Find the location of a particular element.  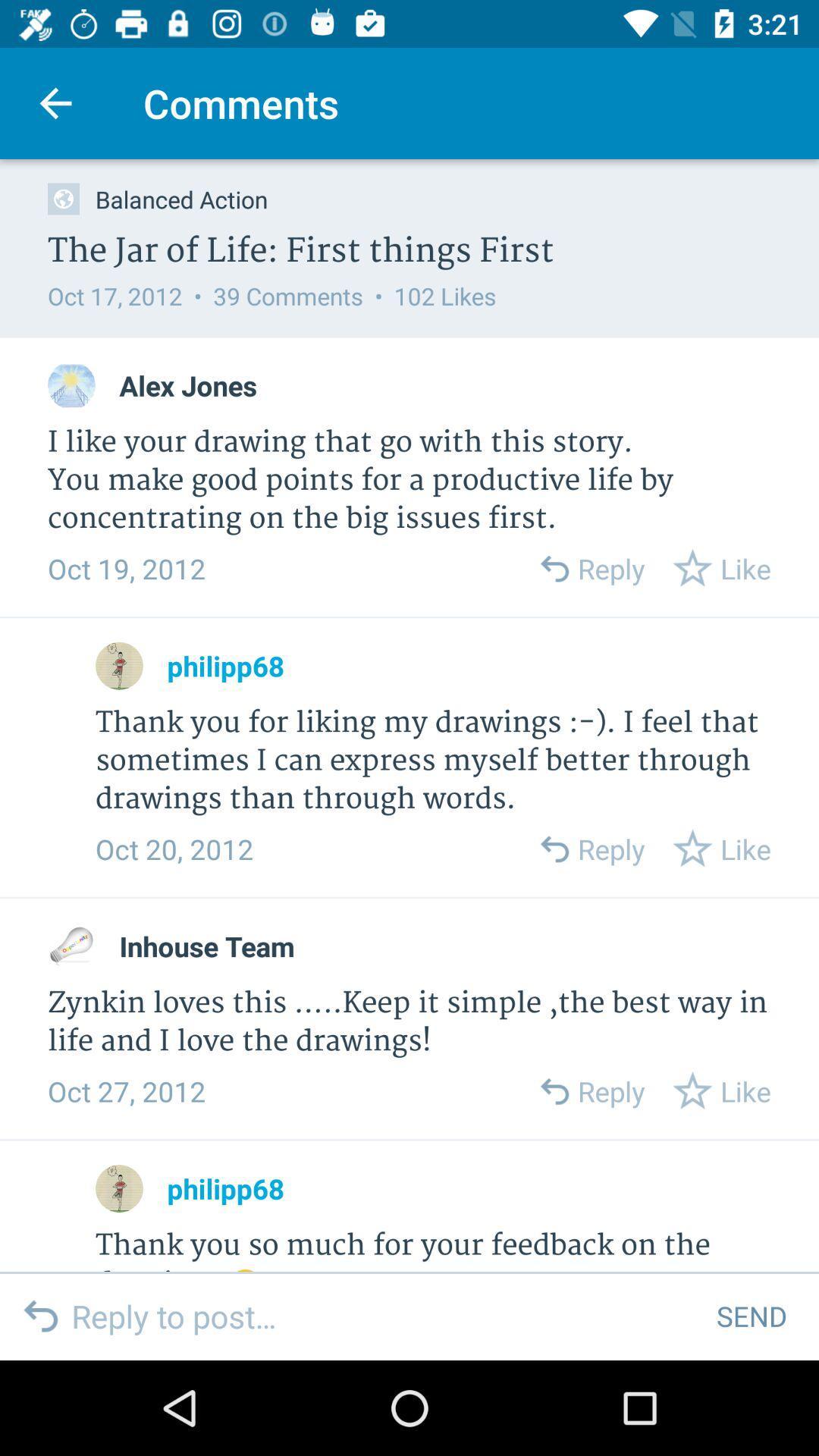

person 's profile is located at coordinates (118, 1188).